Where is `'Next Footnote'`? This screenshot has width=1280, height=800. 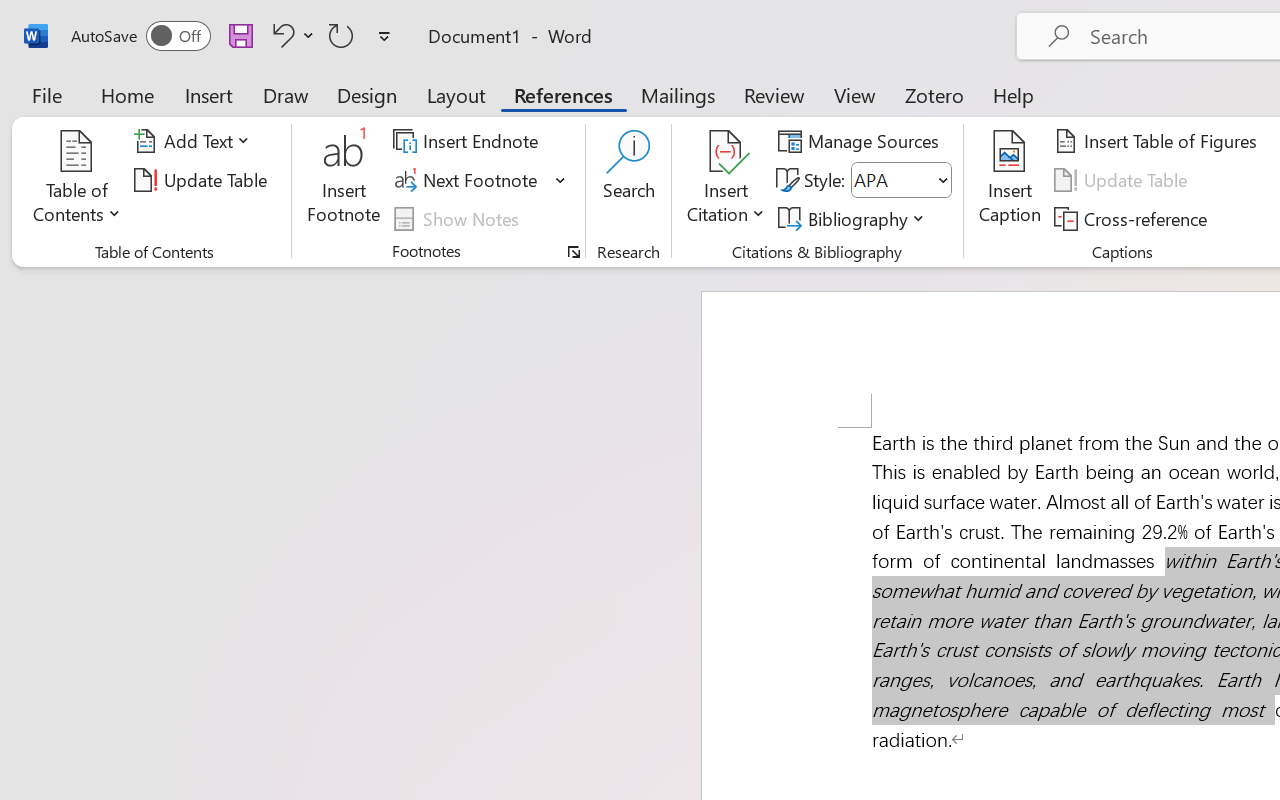
'Next Footnote' is located at coordinates (467, 179).